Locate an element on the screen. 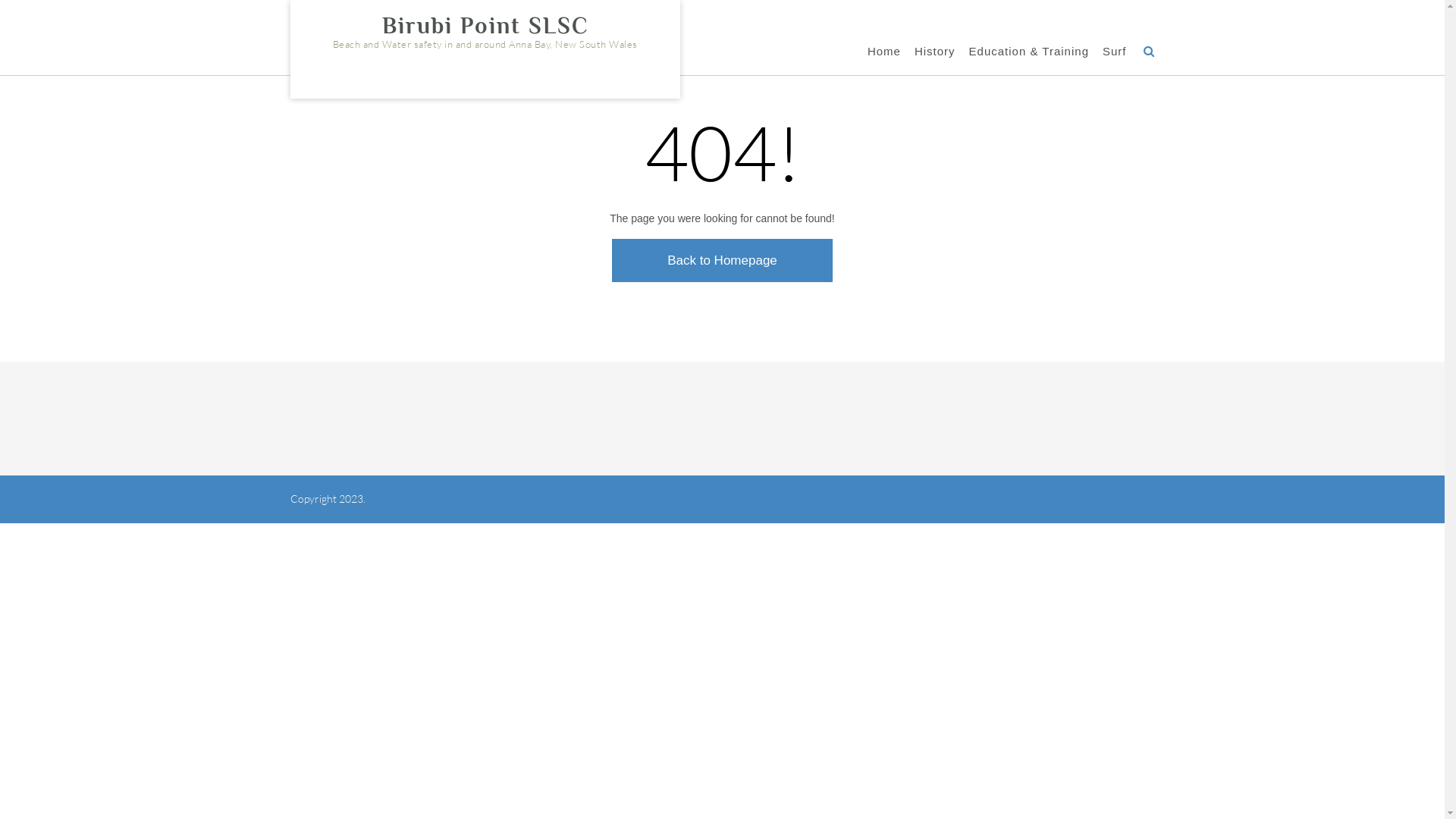  'Back to Homepage' is located at coordinates (721, 259).